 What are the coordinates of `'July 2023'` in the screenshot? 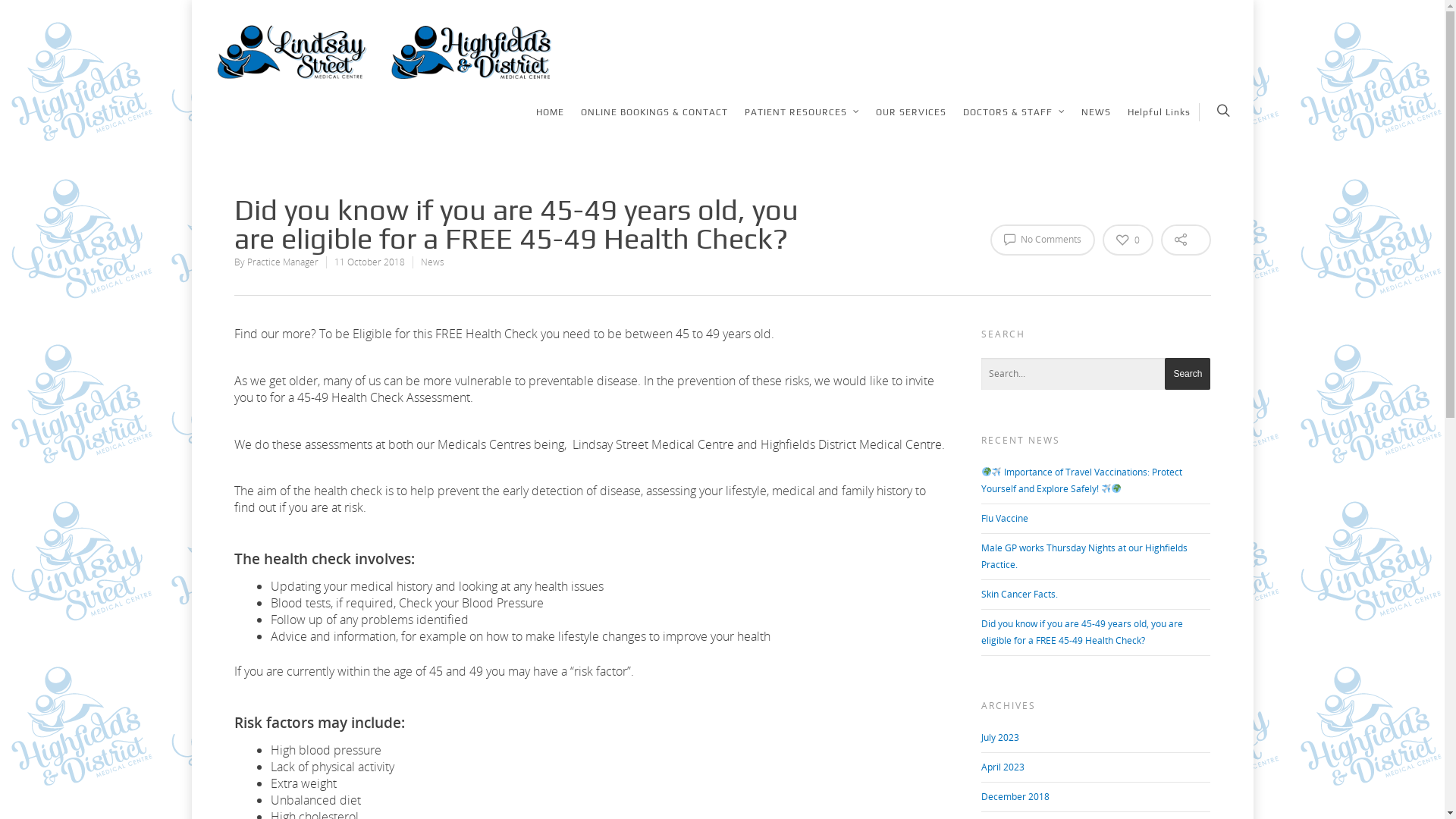 It's located at (1000, 736).